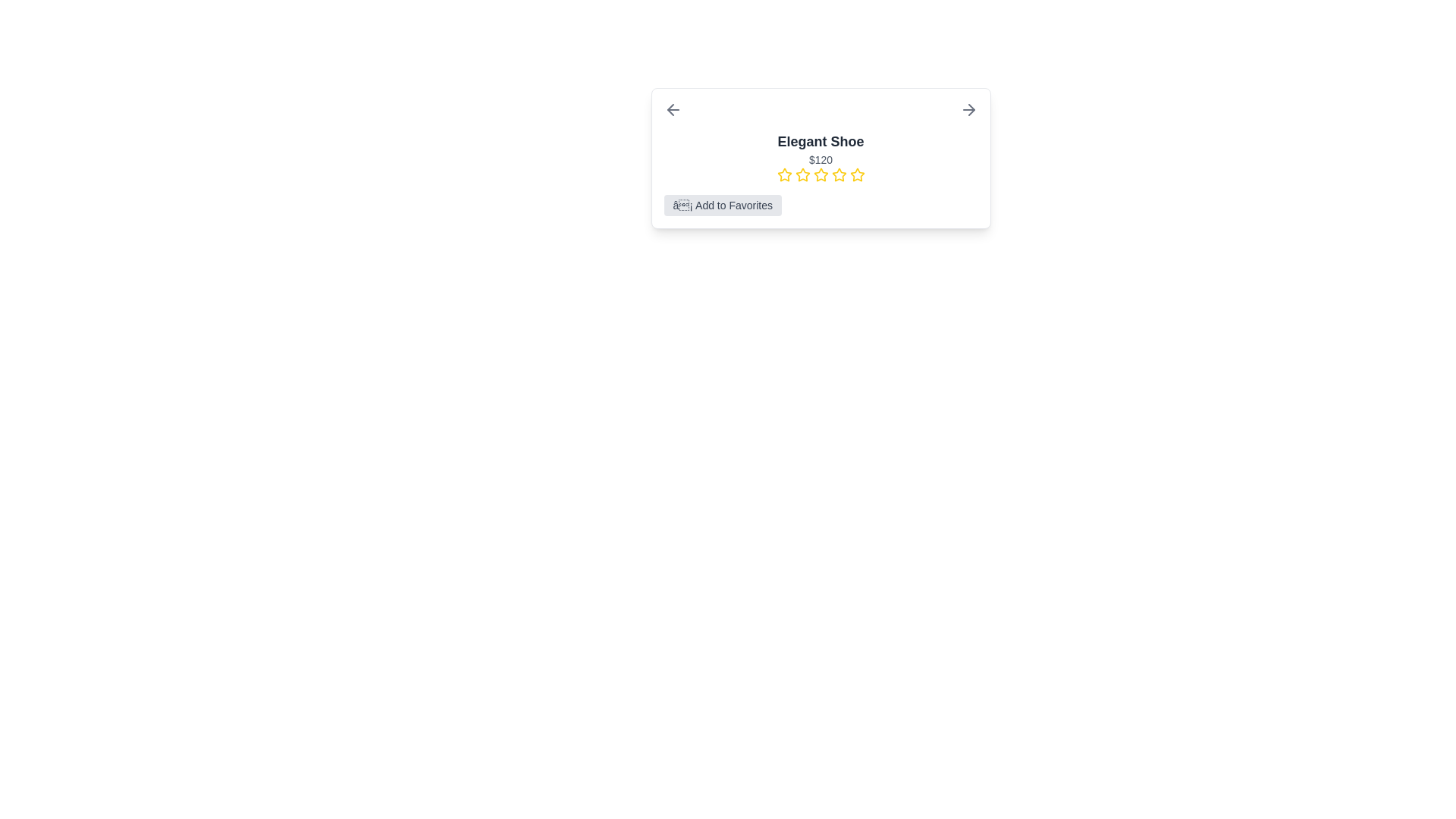 The image size is (1456, 819). Describe the element at coordinates (669, 109) in the screenshot. I see `the left-oriented arrow icon located in the upper left corner of the card interface near the title 'Elegant Shoe'` at that location.